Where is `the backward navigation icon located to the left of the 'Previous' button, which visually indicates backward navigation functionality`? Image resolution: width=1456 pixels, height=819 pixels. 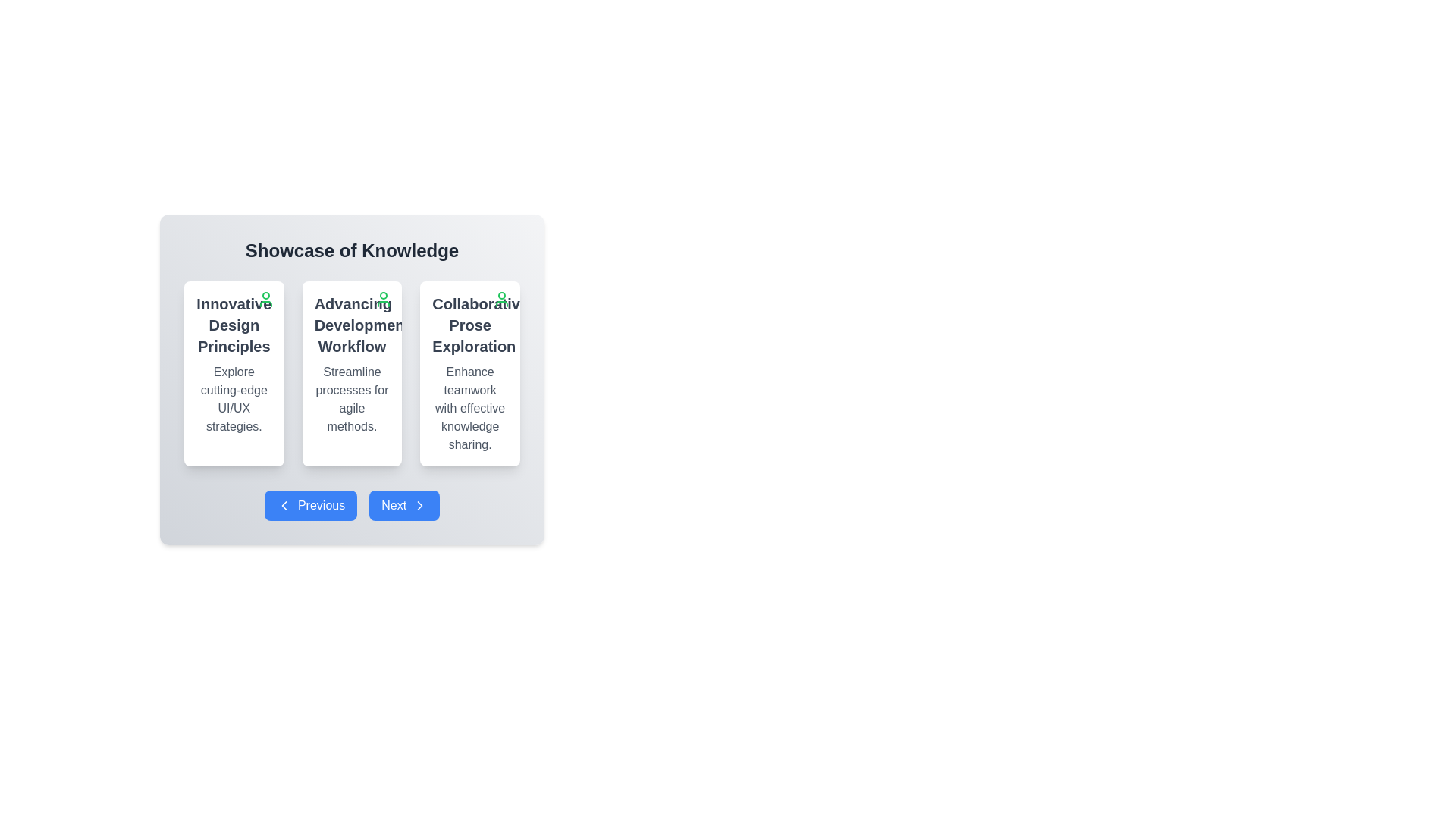
the backward navigation icon located to the left of the 'Previous' button, which visually indicates backward navigation functionality is located at coordinates (284, 506).